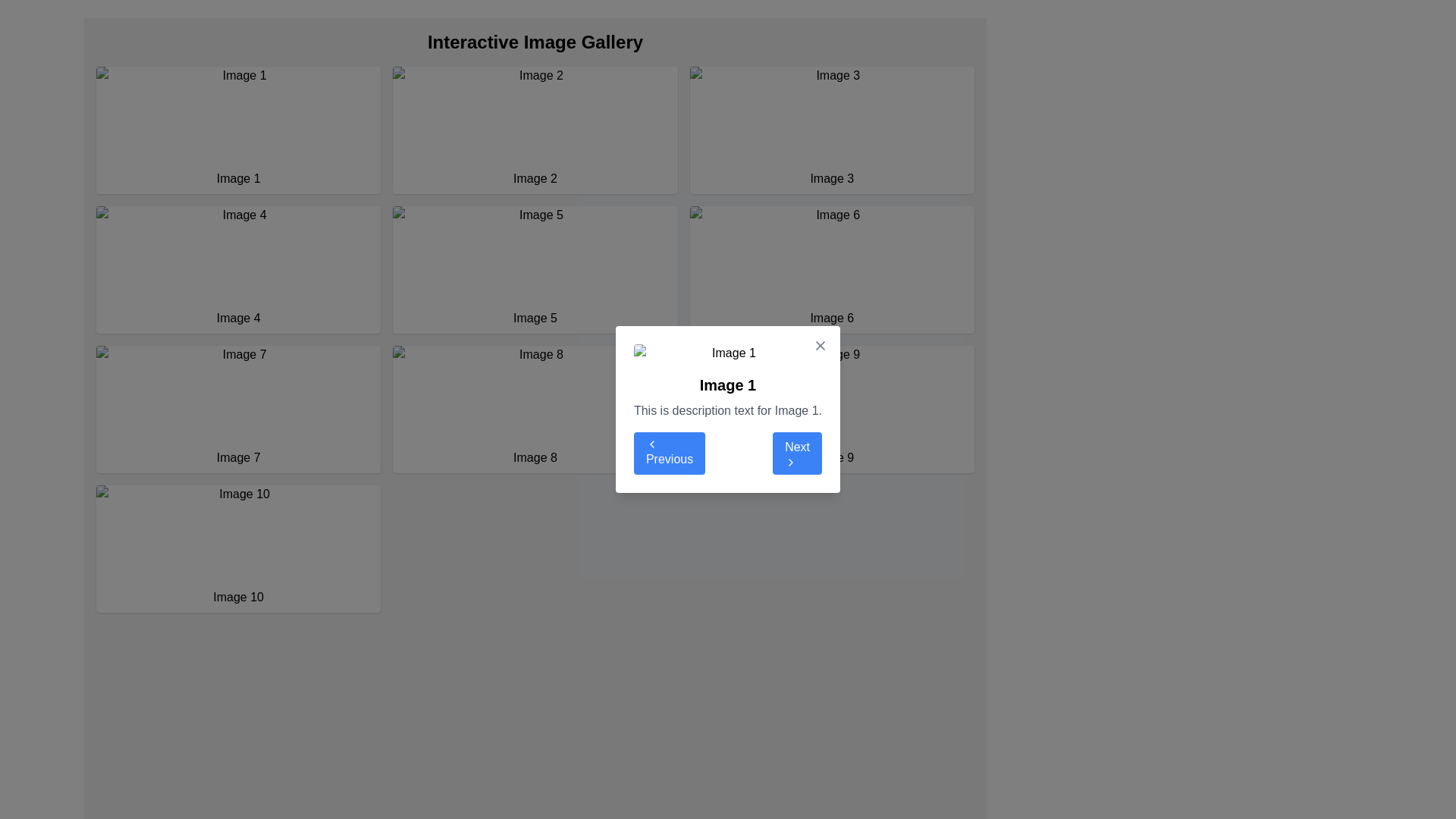  Describe the element at coordinates (820, 345) in the screenshot. I see `the close button styled as a vector graphic icon in the top-right area of the modal dialog box` at that location.